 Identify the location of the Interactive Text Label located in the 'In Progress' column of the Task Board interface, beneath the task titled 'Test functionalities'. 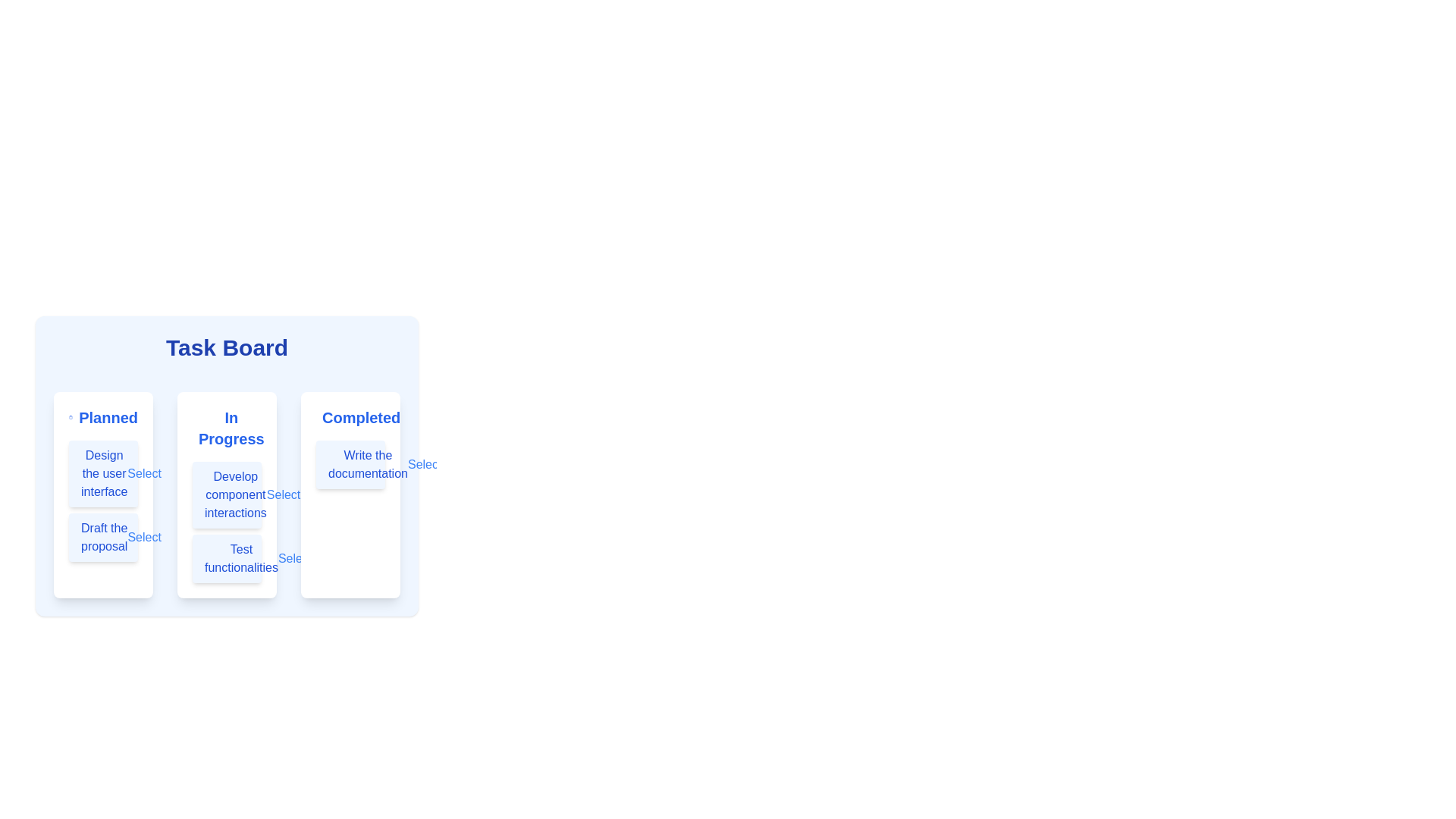
(295, 558).